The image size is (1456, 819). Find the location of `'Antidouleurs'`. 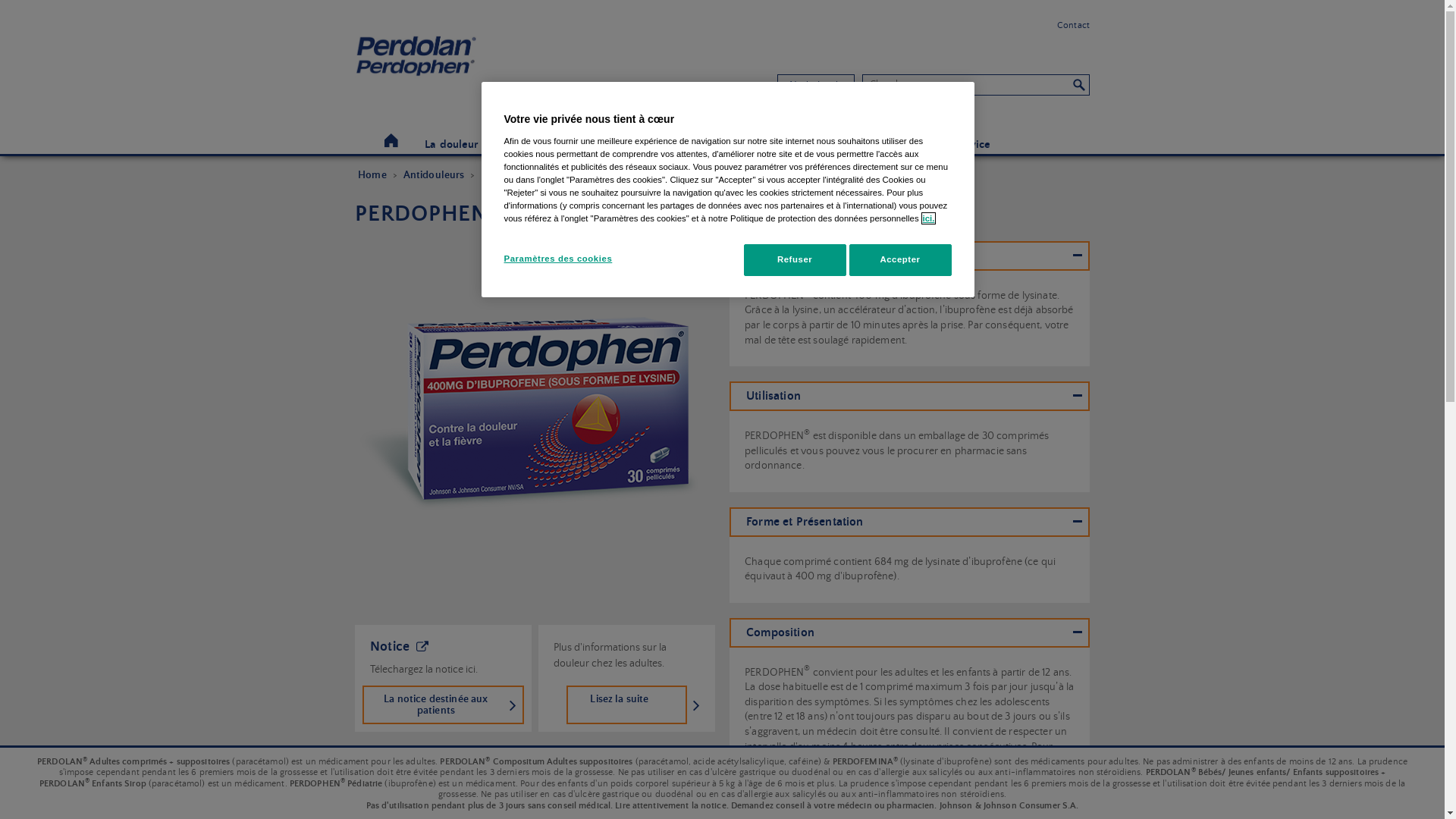

'Antidouleurs' is located at coordinates (433, 174).